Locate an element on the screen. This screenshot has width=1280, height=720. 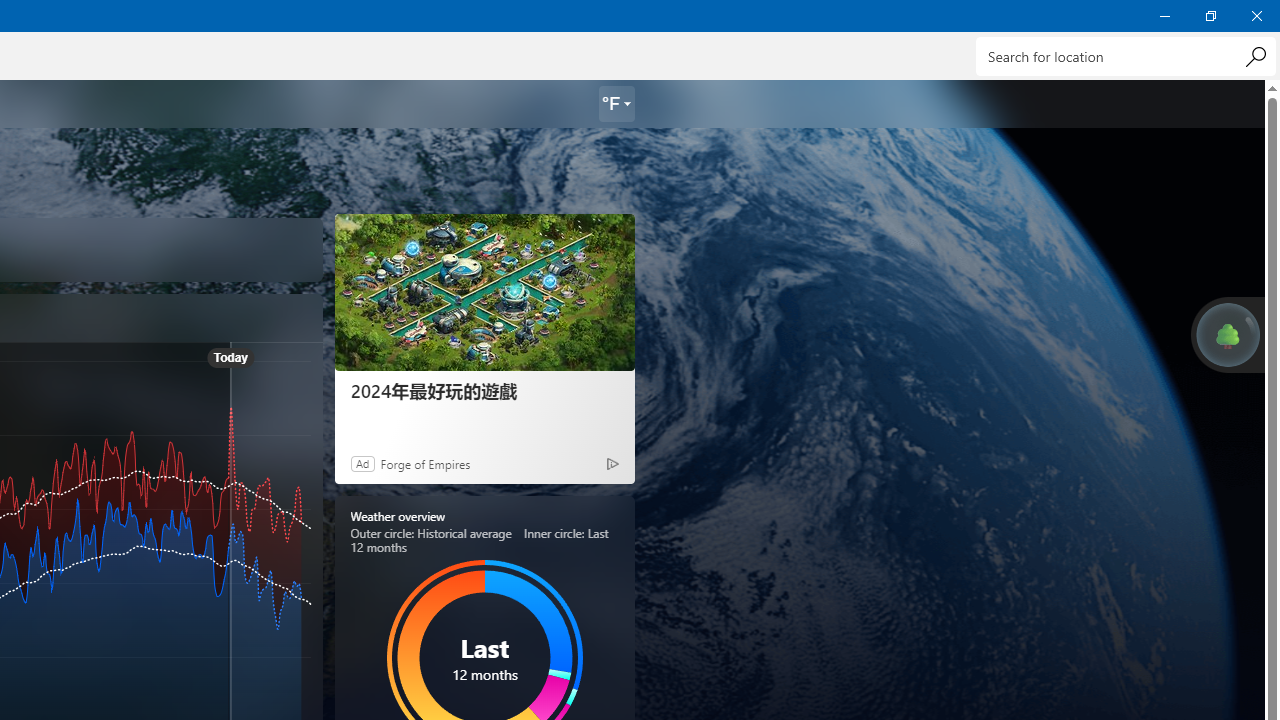
'Search for location' is located at coordinates (1125, 55).